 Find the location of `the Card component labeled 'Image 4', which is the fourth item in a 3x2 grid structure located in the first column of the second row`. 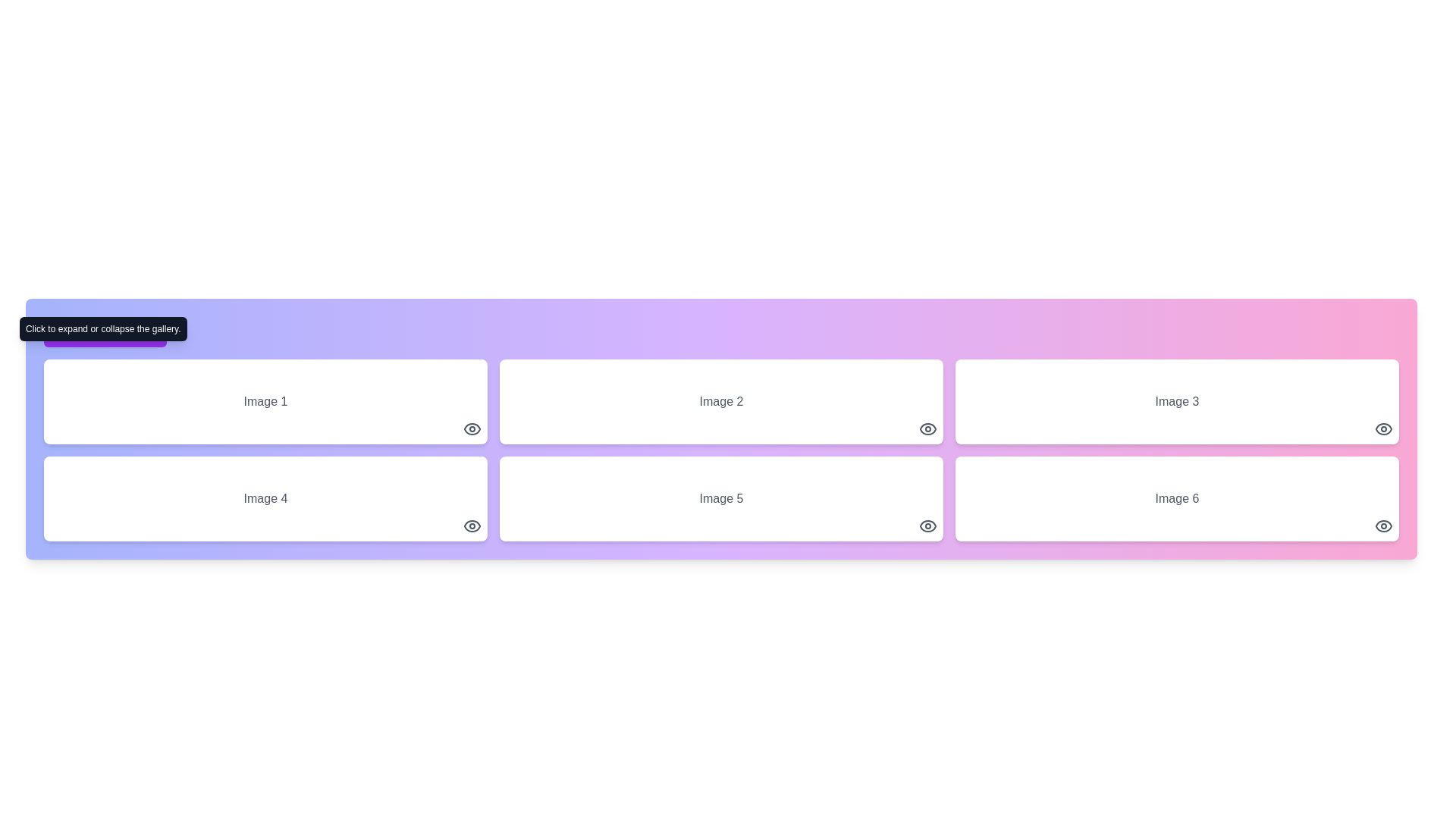

the Card component labeled 'Image 4', which is the fourth item in a 3x2 grid structure located in the first column of the second row is located at coordinates (265, 499).